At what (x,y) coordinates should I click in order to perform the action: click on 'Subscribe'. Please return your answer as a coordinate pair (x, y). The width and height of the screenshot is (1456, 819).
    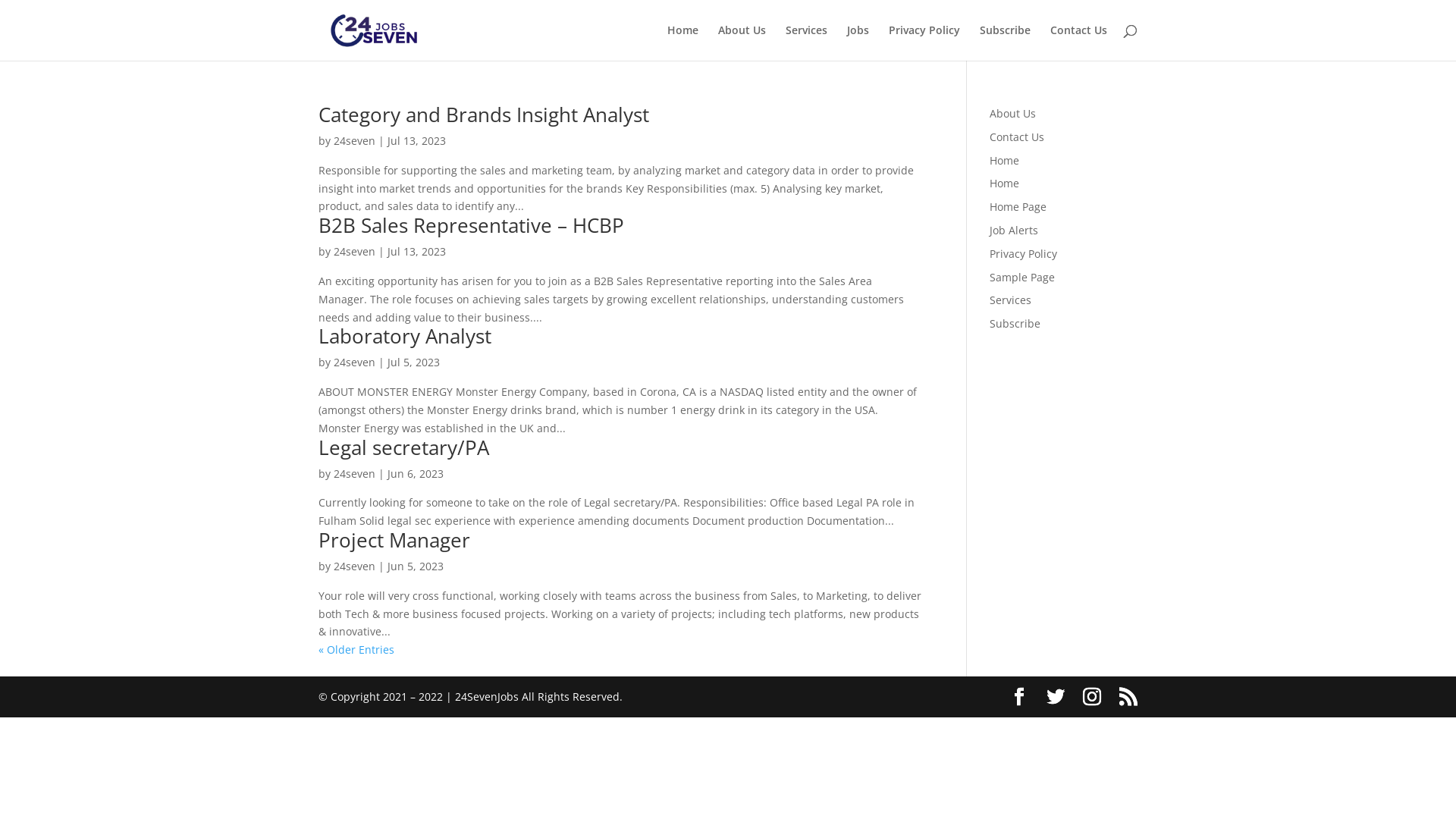
    Looking at the image, I should click on (1005, 42).